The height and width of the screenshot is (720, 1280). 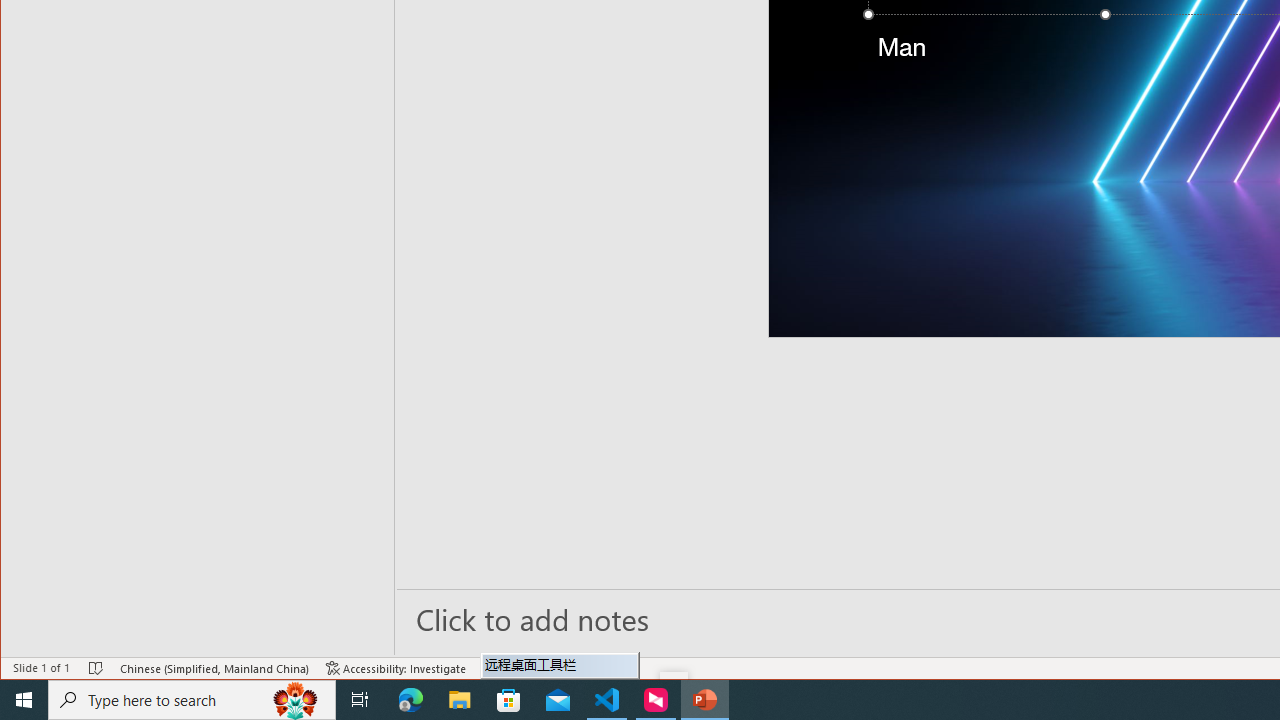 What do you see at coordinates (459, 698) in the screenshot?
I see `'File Explorer'` at bounding box center [459, 698].